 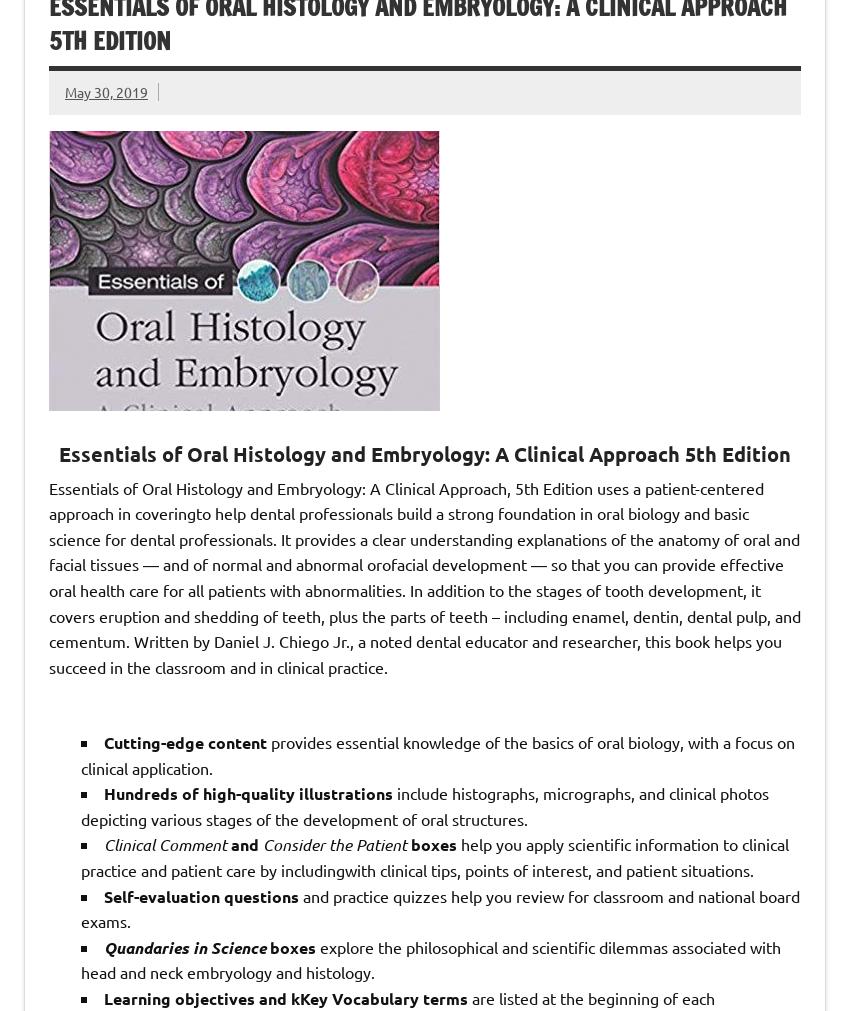 I want to click on 'and practice quizzes help you review for classroom and national board exams.', so click(x=439, y=907).